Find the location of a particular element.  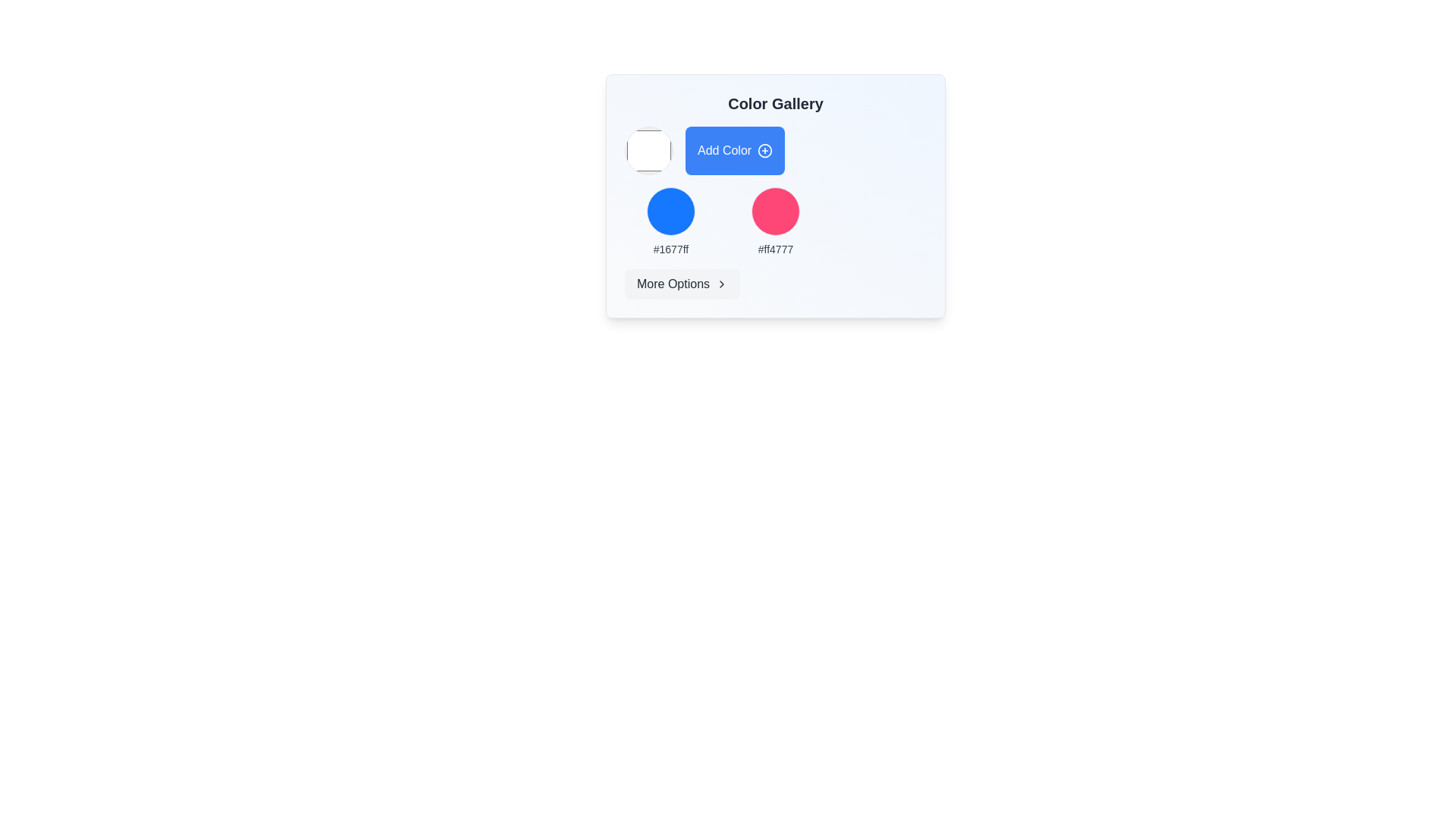

the button located in the bottom-right corner of the 'Color Gallery' panel is located at coordinates (682, 284).